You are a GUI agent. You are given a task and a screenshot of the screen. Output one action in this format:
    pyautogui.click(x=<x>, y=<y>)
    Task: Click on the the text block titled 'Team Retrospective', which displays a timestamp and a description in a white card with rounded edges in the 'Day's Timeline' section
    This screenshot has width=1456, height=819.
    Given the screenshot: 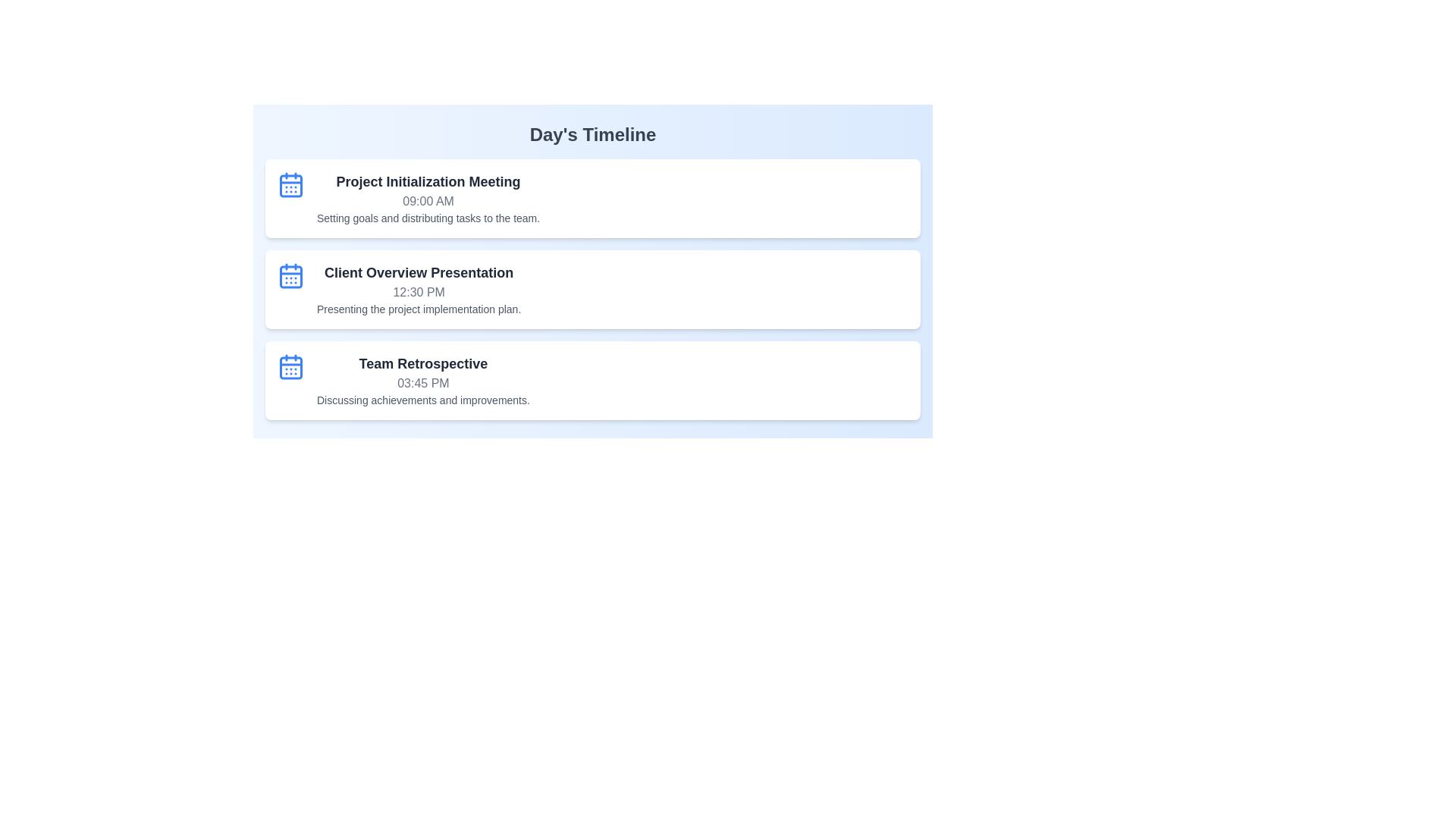 What is the action you would take?
    pyautogui.click(x=423, y=379)
    